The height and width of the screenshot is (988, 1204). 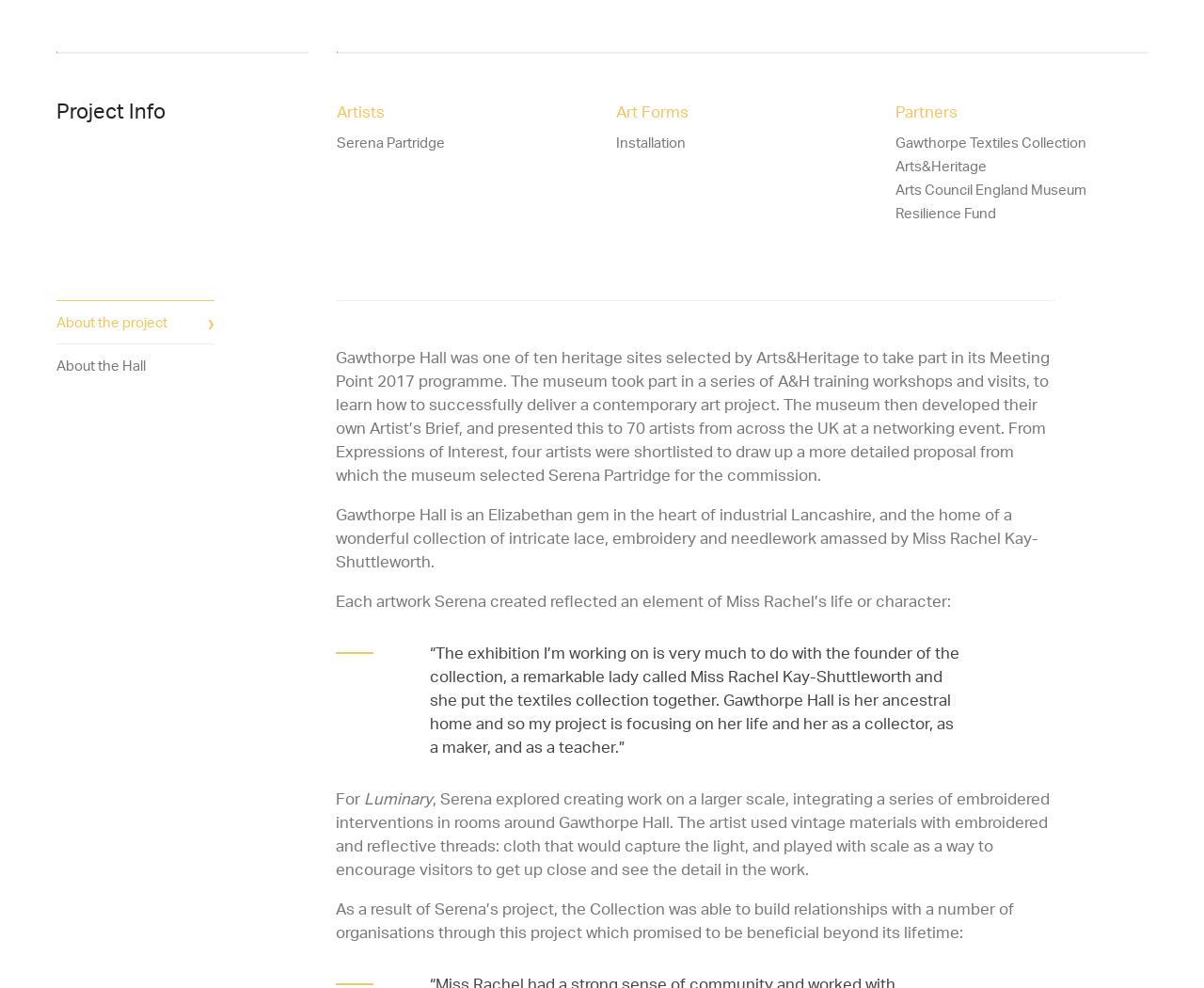 What do you see at coordinates (691, 415) in the screenshot?
I see `'Gawthorpe Hall was one of ten heritage sites selected by Arts&Heritage to take part in its Meeting Point 2017 programme. The museum took part in a series of A&H training workshops and visits, to learn how to successfully deliver a contemporary art project. The museum then developed their own Artist’s Brief, and presented this to 70 artists from across the UK at a networking event. From Expressions of Interest, four artists were shortlisted to draw up a more detailed proposal from which the museum selected Serena Partridge for the commission.'` at bounding box center [691, 415].